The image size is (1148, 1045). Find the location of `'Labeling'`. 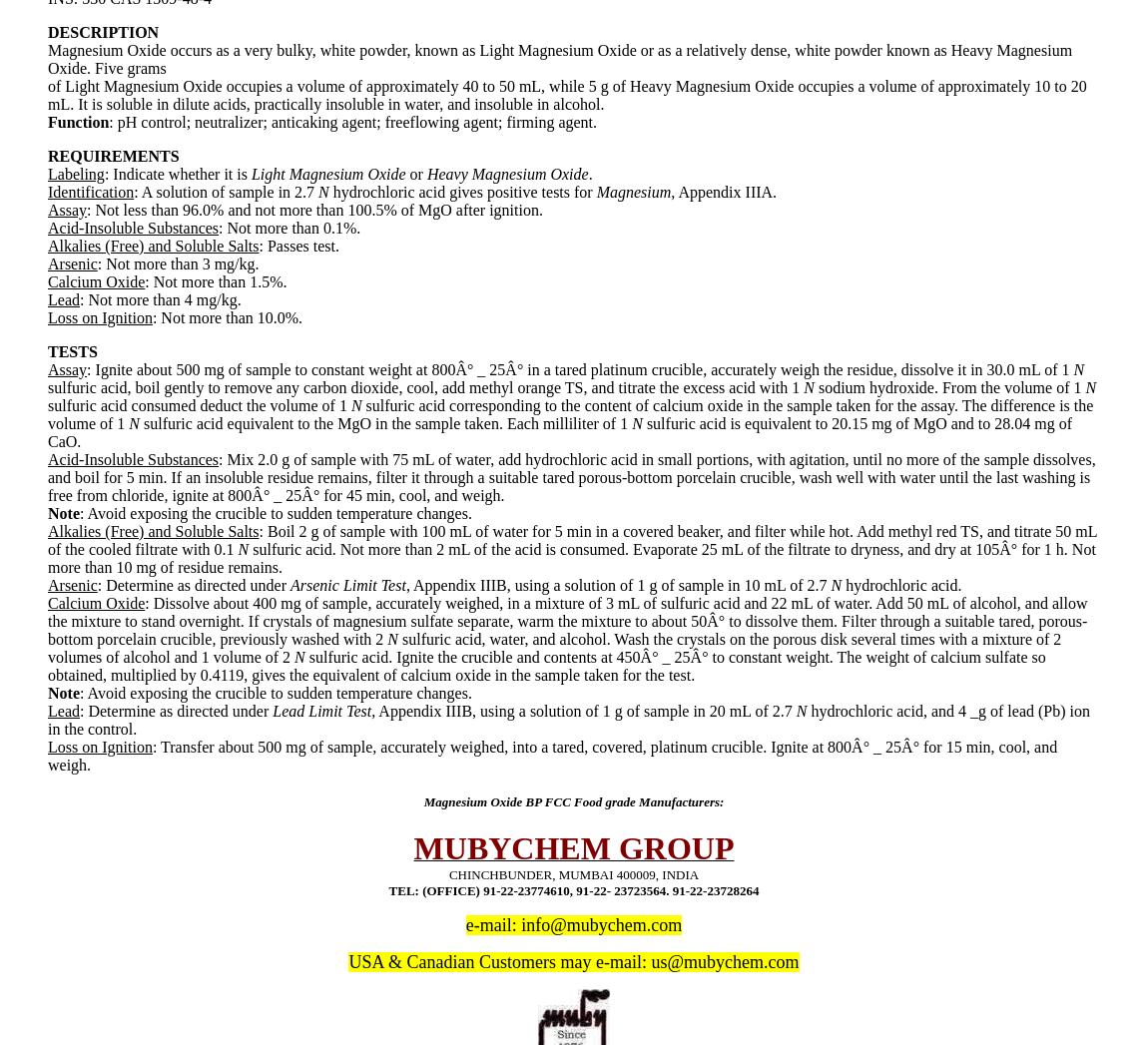

'Labeling' is located at coordinates (75, 173).